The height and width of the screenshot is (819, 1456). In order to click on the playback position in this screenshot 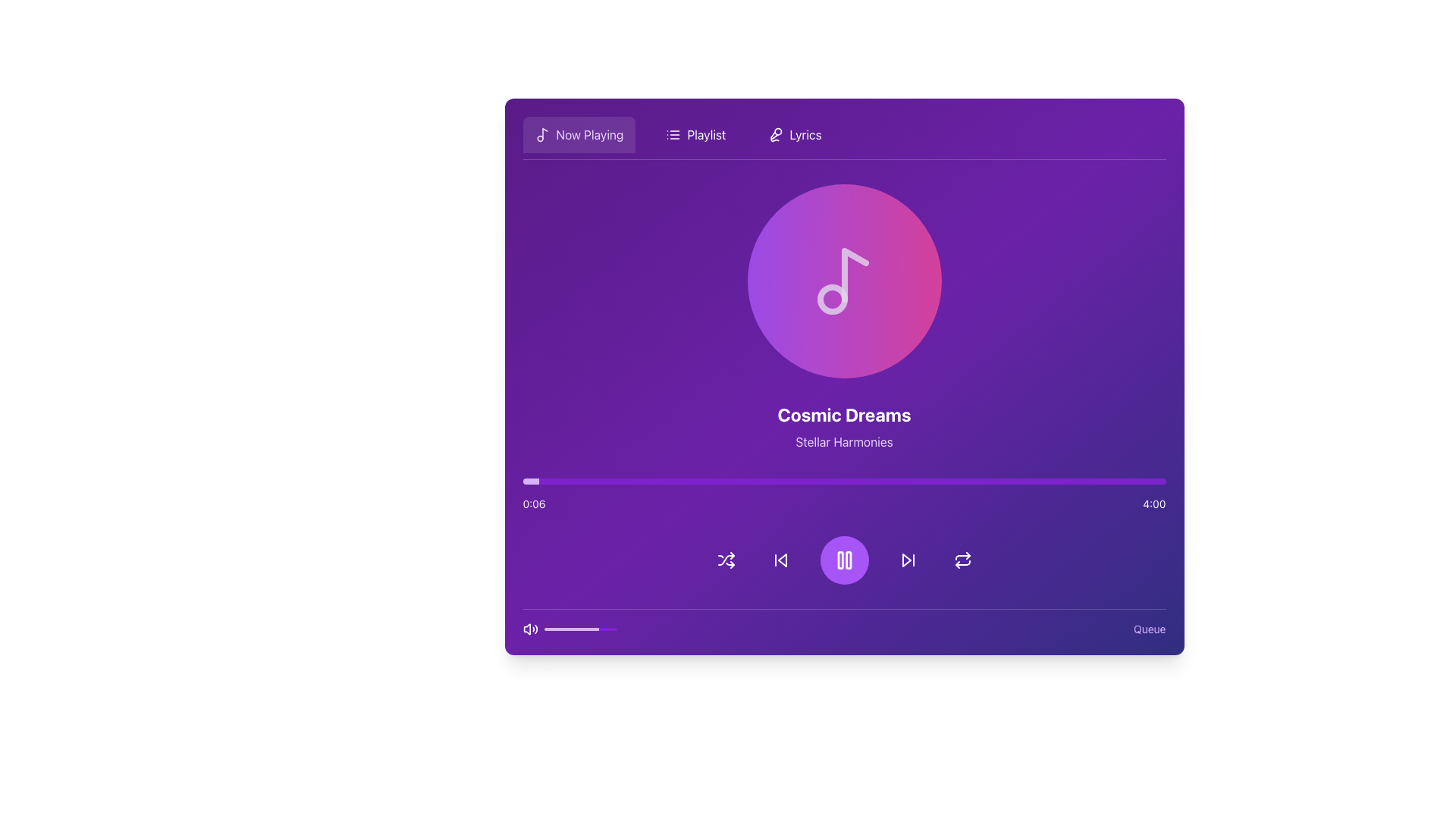, I will do `click(814, 482)`.